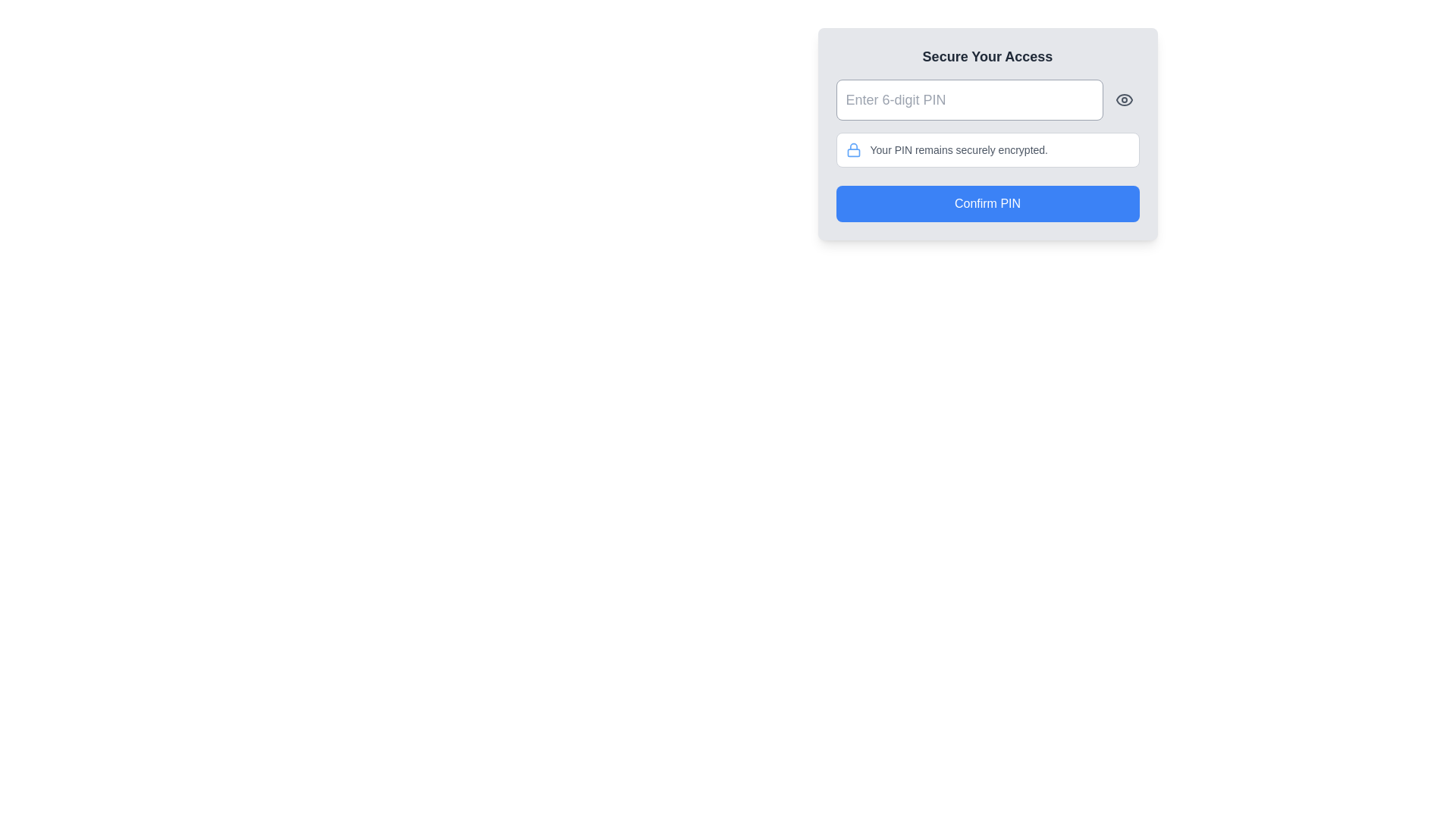 Image resolution: width=1456 pixels, height=819 pixels. What do you see at coordinates (958, 149) in the screenshot?
I see `the static text label providing reassurance about PIN security, located beneath an input field and above the 'Confirm PIN' button` at bounding box center [958, 149].